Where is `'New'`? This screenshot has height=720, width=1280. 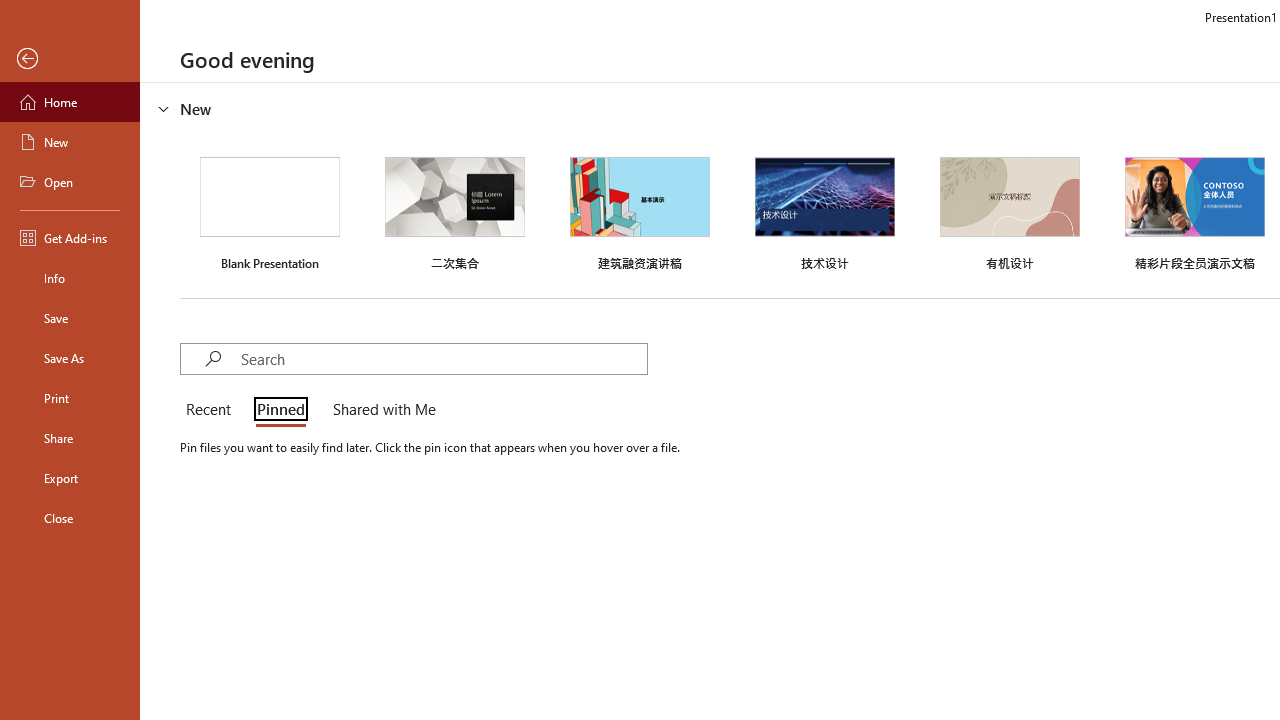
'New' is located at coordinates (69, 140).